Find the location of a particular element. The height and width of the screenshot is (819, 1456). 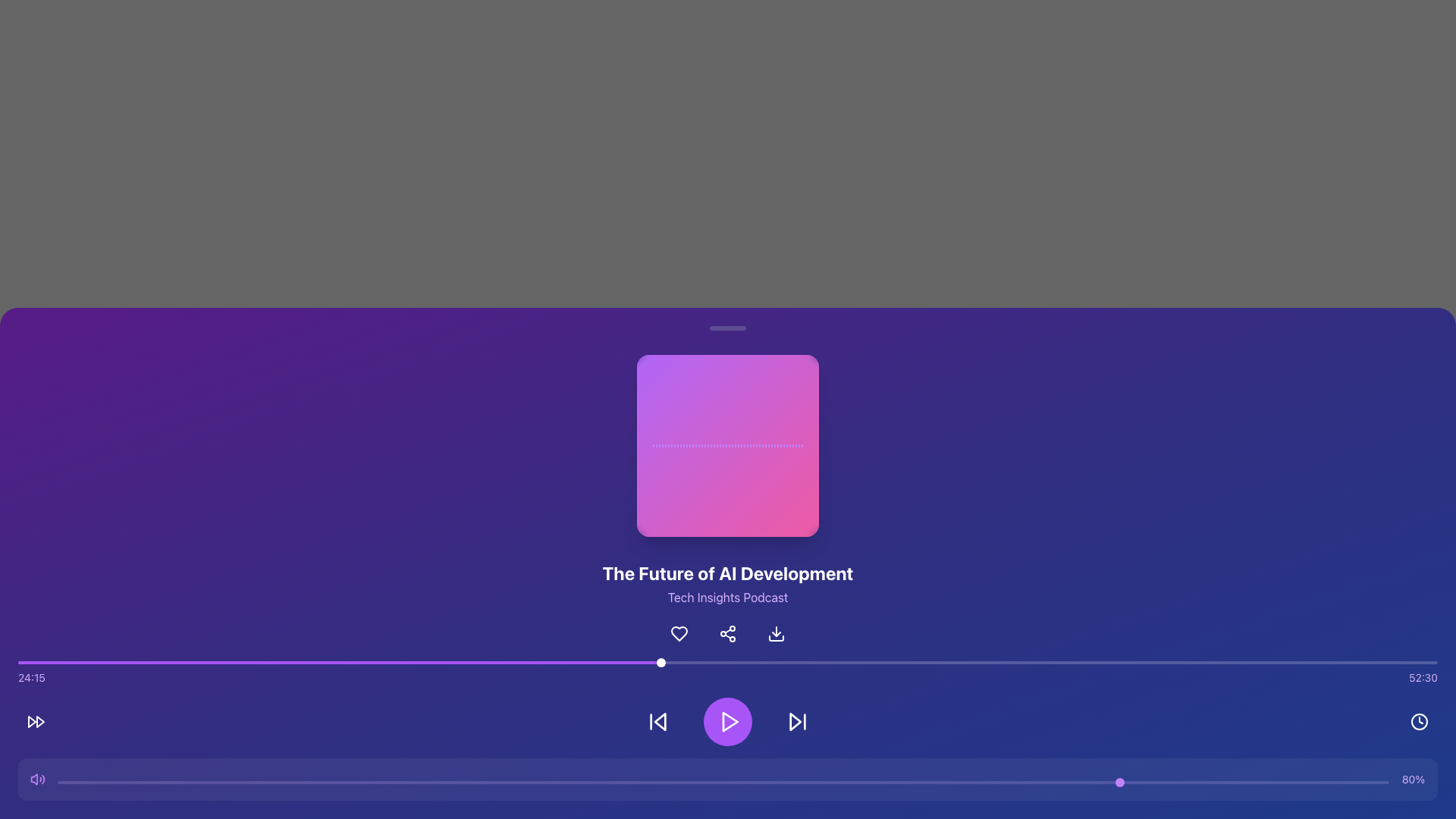

the interactive share button located between the heart-shaped icon and the download arrow icon under the title 'The Future of AI Development' to trigger tooltip or highlight effects is located at coordinates (728, 634).